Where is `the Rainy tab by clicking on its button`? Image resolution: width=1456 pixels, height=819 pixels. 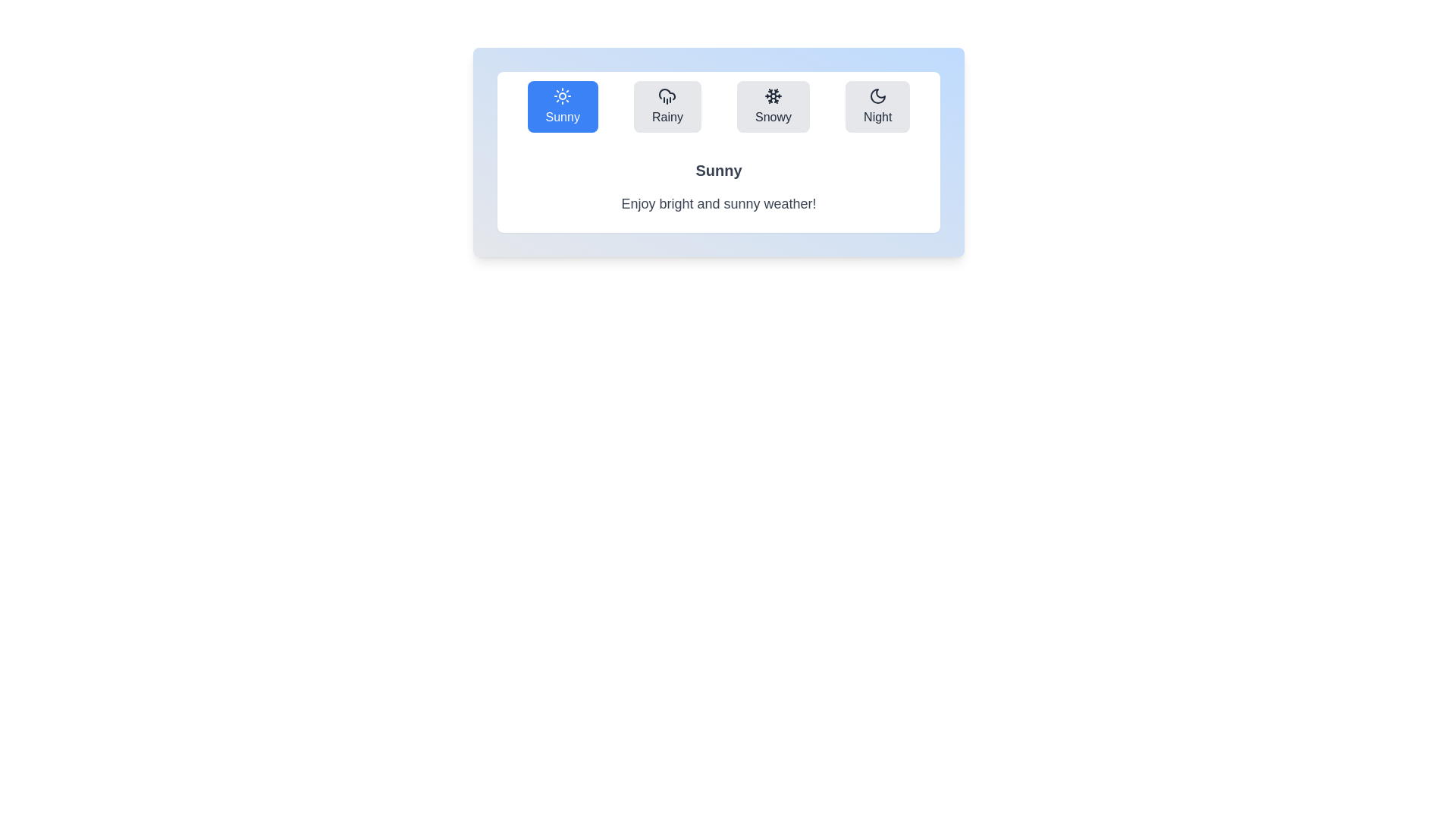
the Rainy tab by clicking on its button is located at coordinates (667, 106).